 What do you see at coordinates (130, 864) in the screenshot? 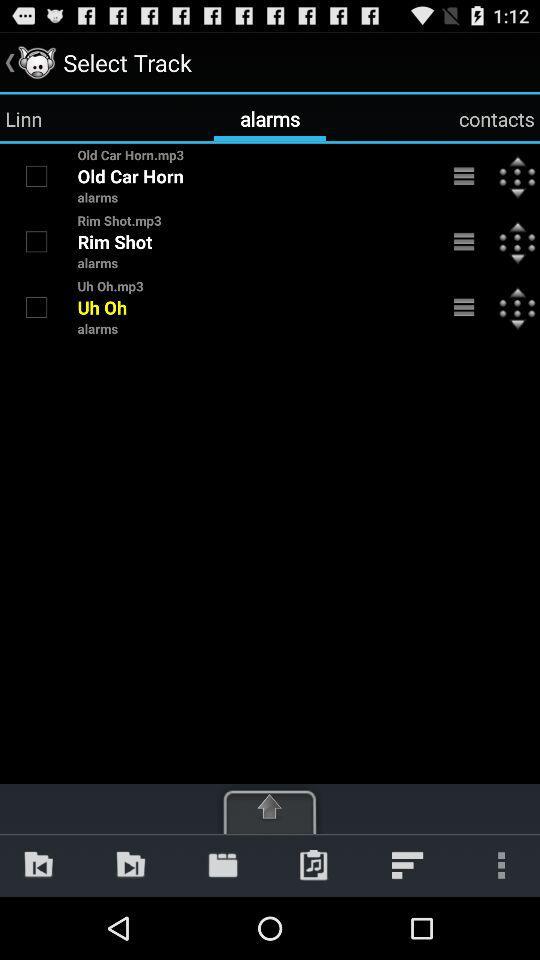
I see `icon below the alarms` at bounding box center [130, 864].